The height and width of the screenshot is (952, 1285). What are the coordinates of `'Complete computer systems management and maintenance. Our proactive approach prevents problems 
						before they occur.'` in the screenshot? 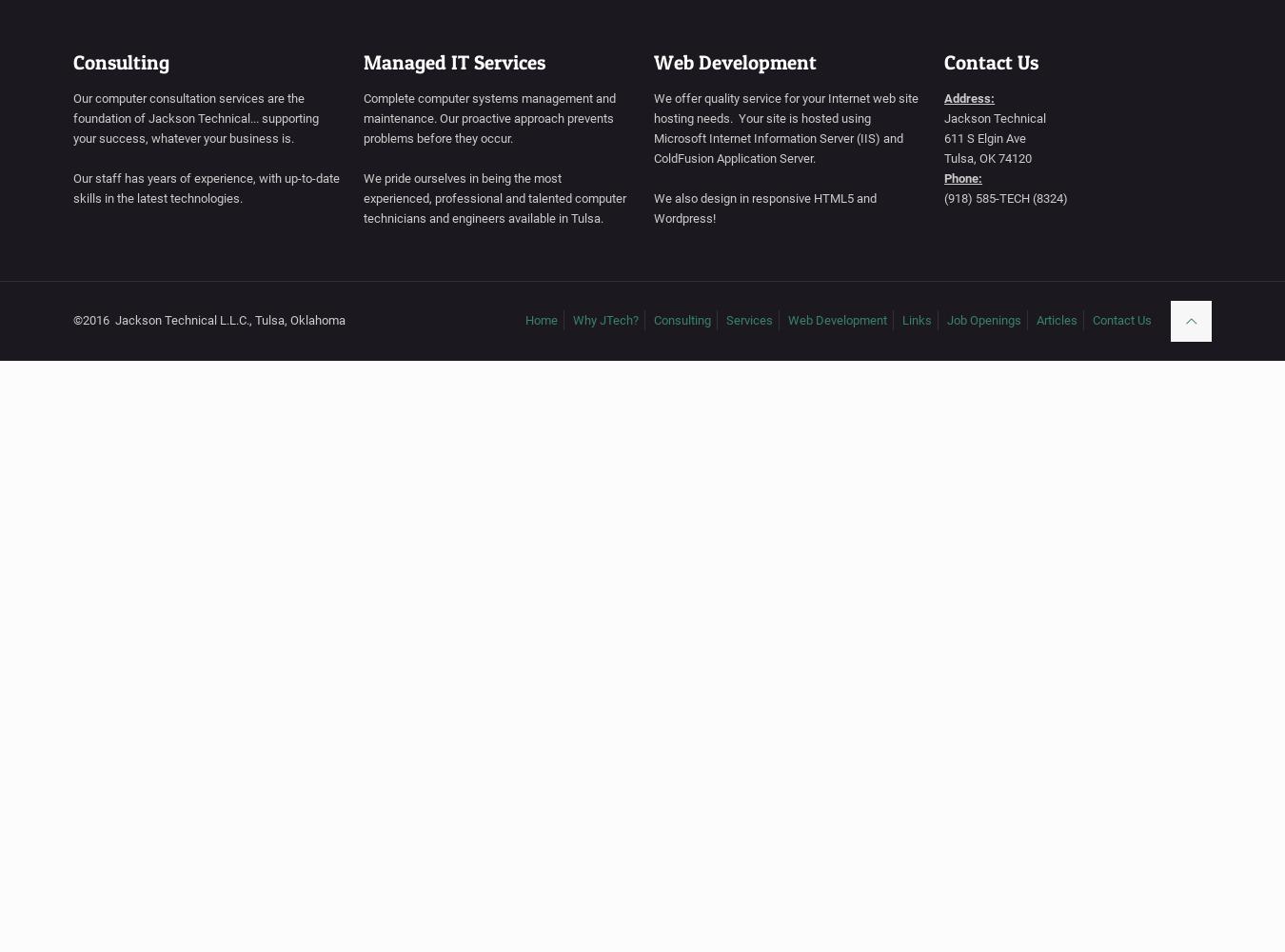 It's located at (488, 117).